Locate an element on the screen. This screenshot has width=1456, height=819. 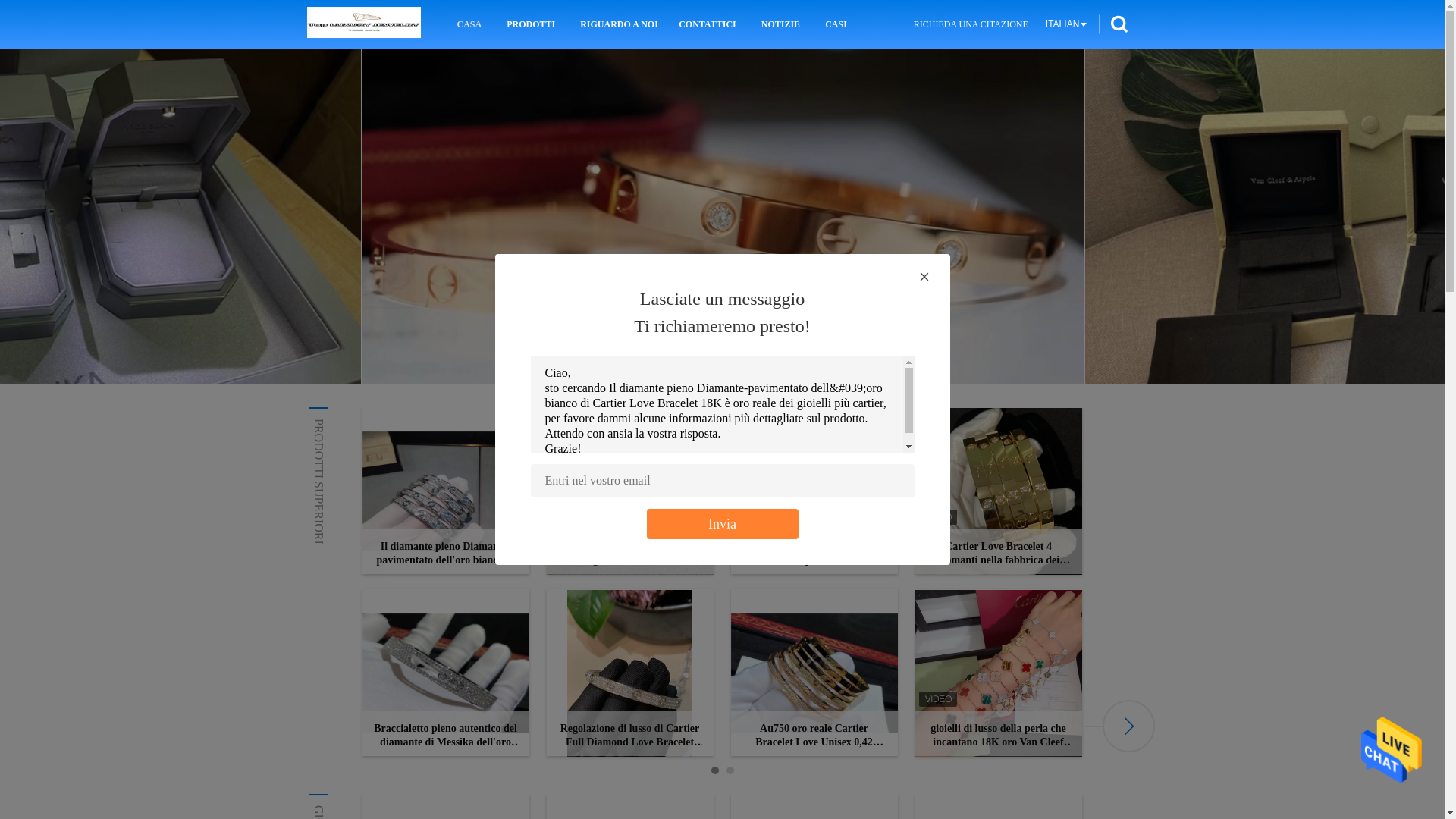
'La CINA gioielli del diamante dell'oro 18k fabbricante' is located at coordinates (362, 24).